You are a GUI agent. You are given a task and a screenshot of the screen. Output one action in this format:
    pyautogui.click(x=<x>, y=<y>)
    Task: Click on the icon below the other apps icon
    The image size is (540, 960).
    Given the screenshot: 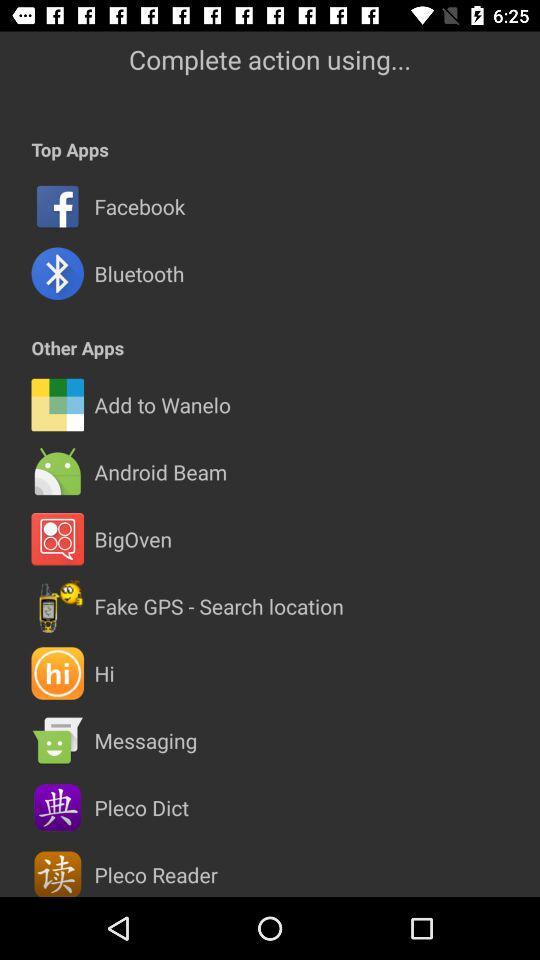 What is the action you would take?
    pyautogui.click(x=270, y=370)
    